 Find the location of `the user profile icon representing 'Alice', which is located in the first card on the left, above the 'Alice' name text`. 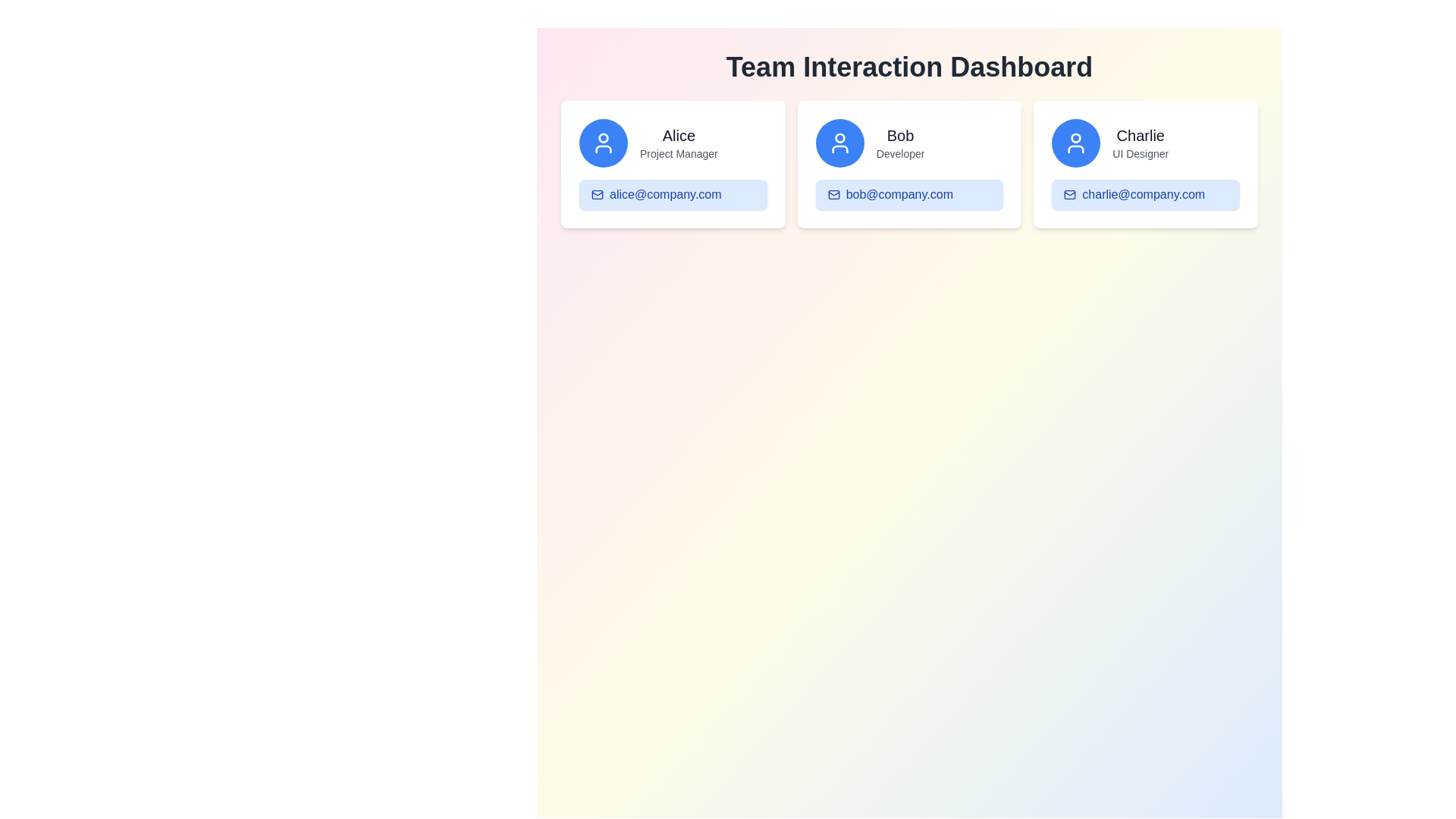

the user profile icon representing 'Alice', which is located in the first card on the left, above the 'Alice' name text is located at coordinates (603, 143).